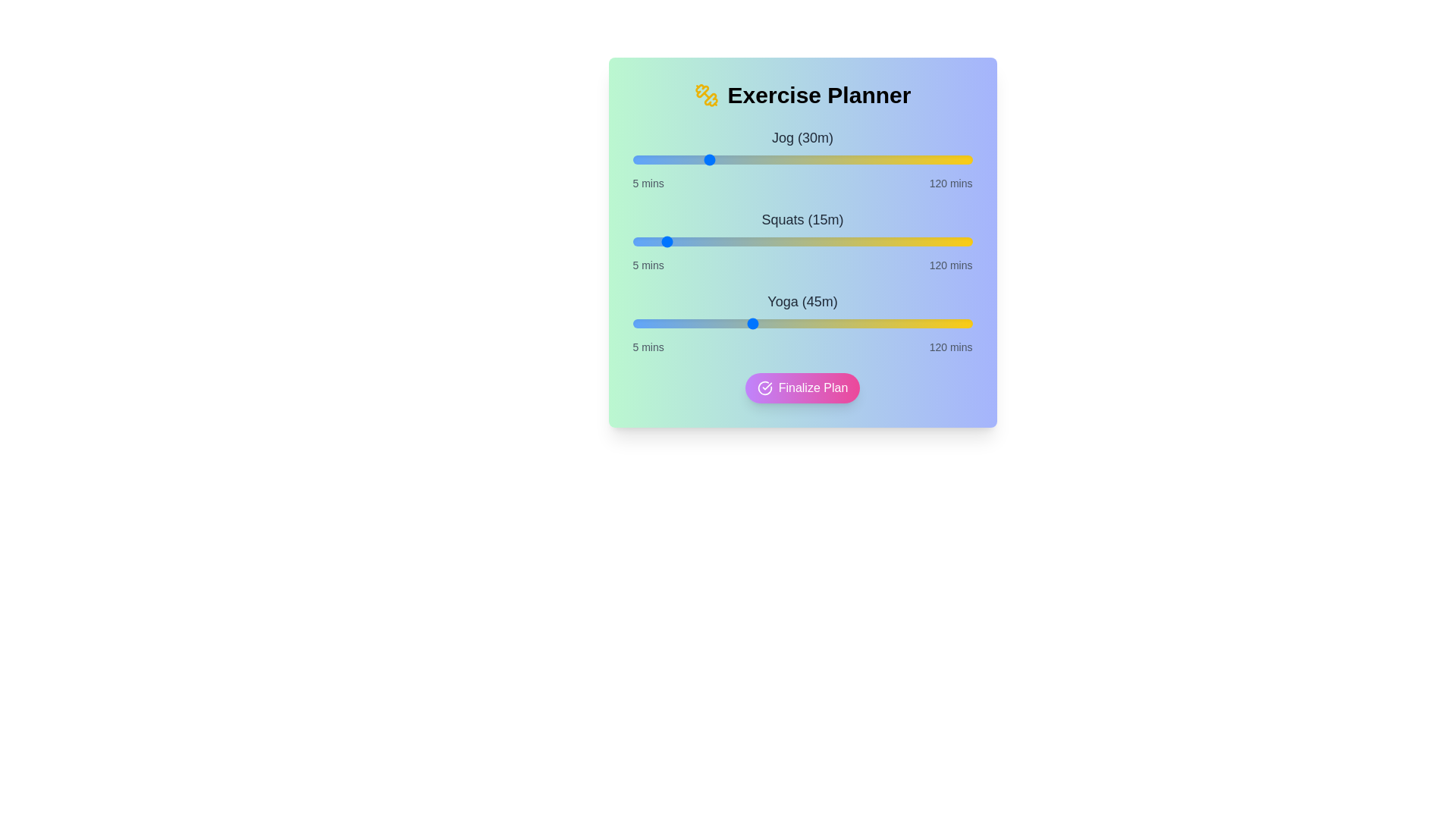  What do you see at coordinates (918, 160) in the screenshot?
I see `the 'Jog' slider to a specific duration 102` at bounding box center [918, 160].